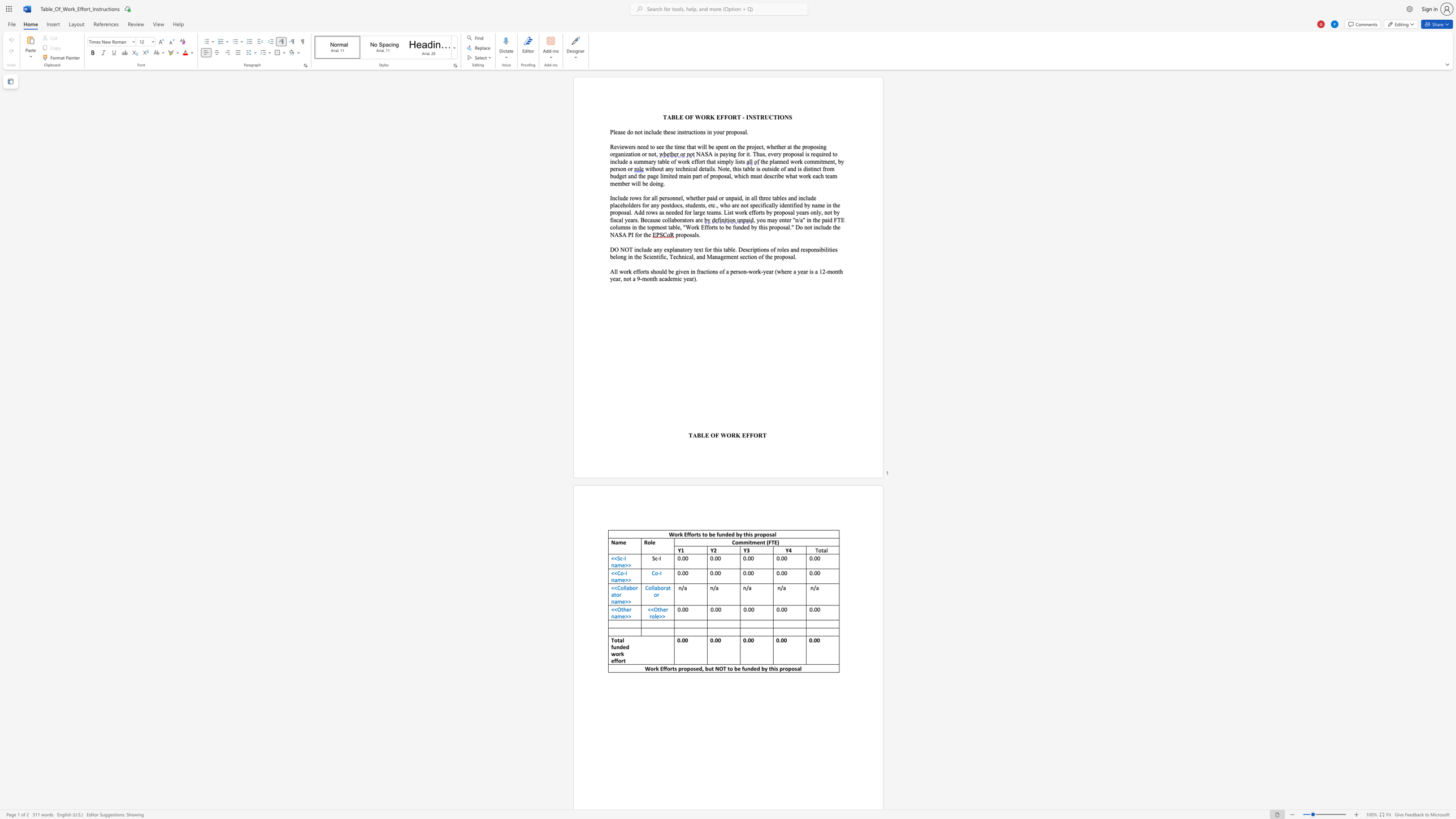  Describe the element at coordinates (796, 205) in the screenshot. I see `the space between the continuous character "i" and "e" in the text` at that location.